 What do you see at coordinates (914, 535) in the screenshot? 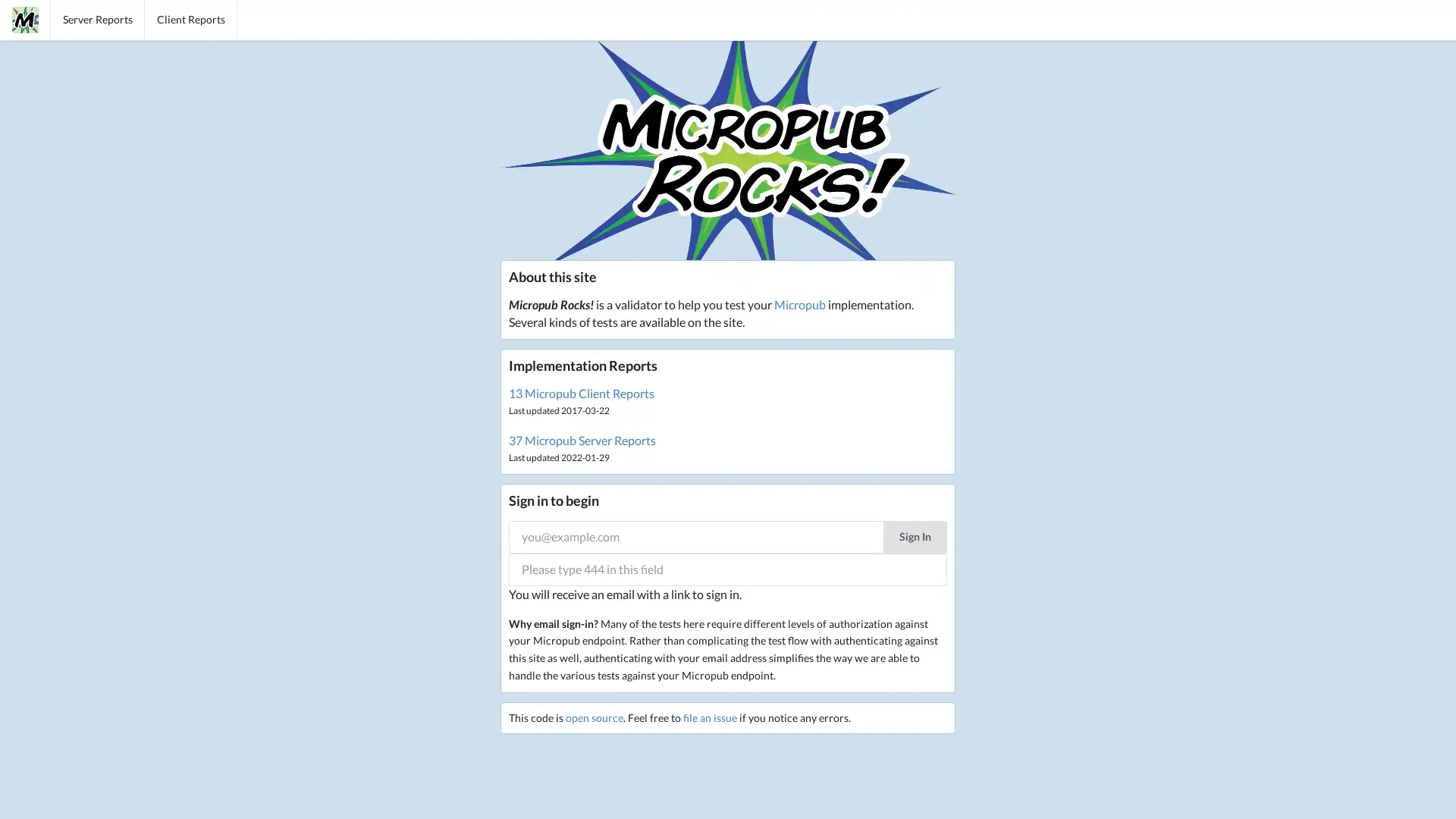
I see `Sign In` at bounding box center [914, 535].